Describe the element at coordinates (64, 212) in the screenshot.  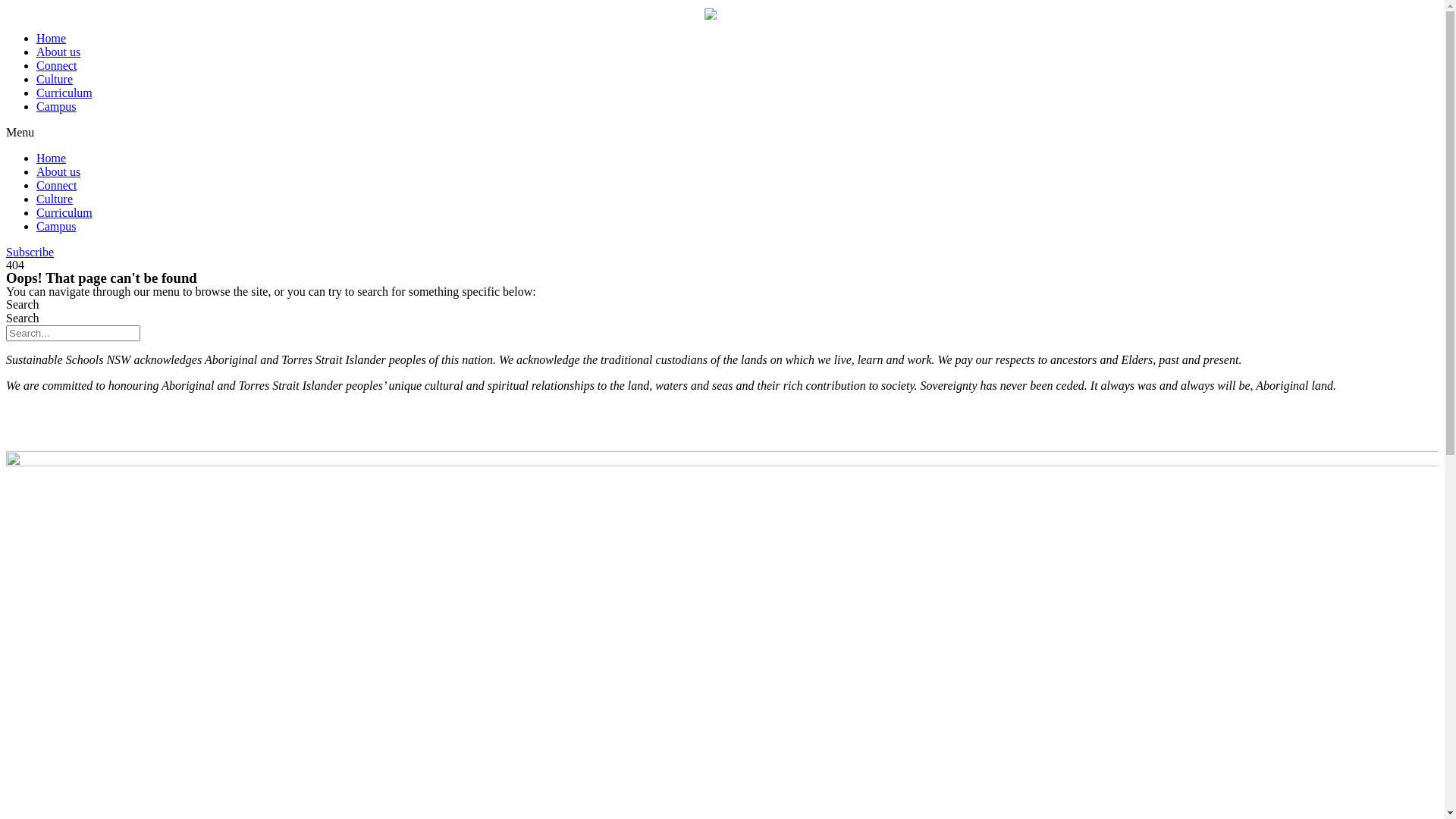
I see `'Curriculum'` at that location.